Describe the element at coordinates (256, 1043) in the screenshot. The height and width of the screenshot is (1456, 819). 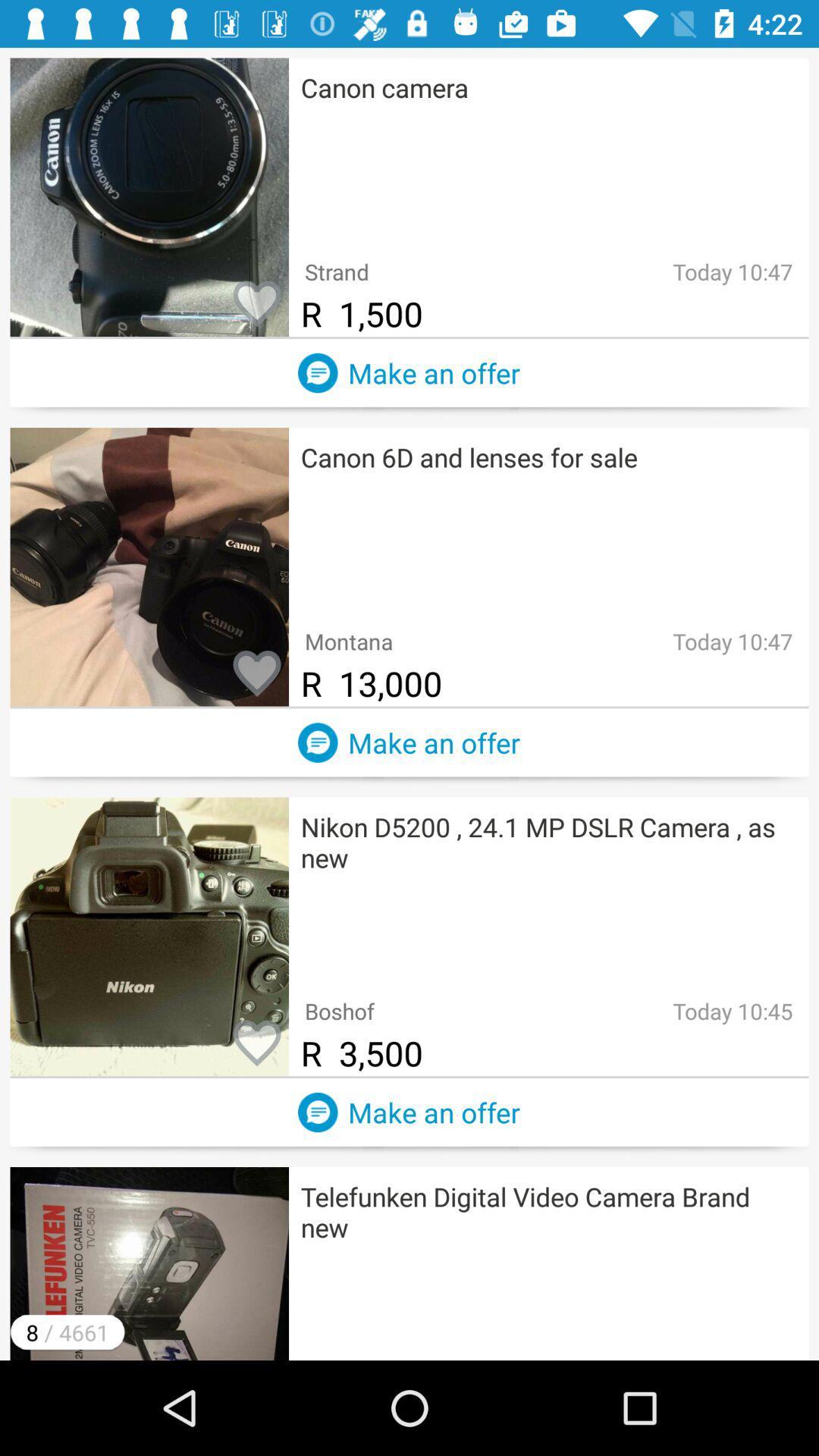
I see `this camera` at that location.